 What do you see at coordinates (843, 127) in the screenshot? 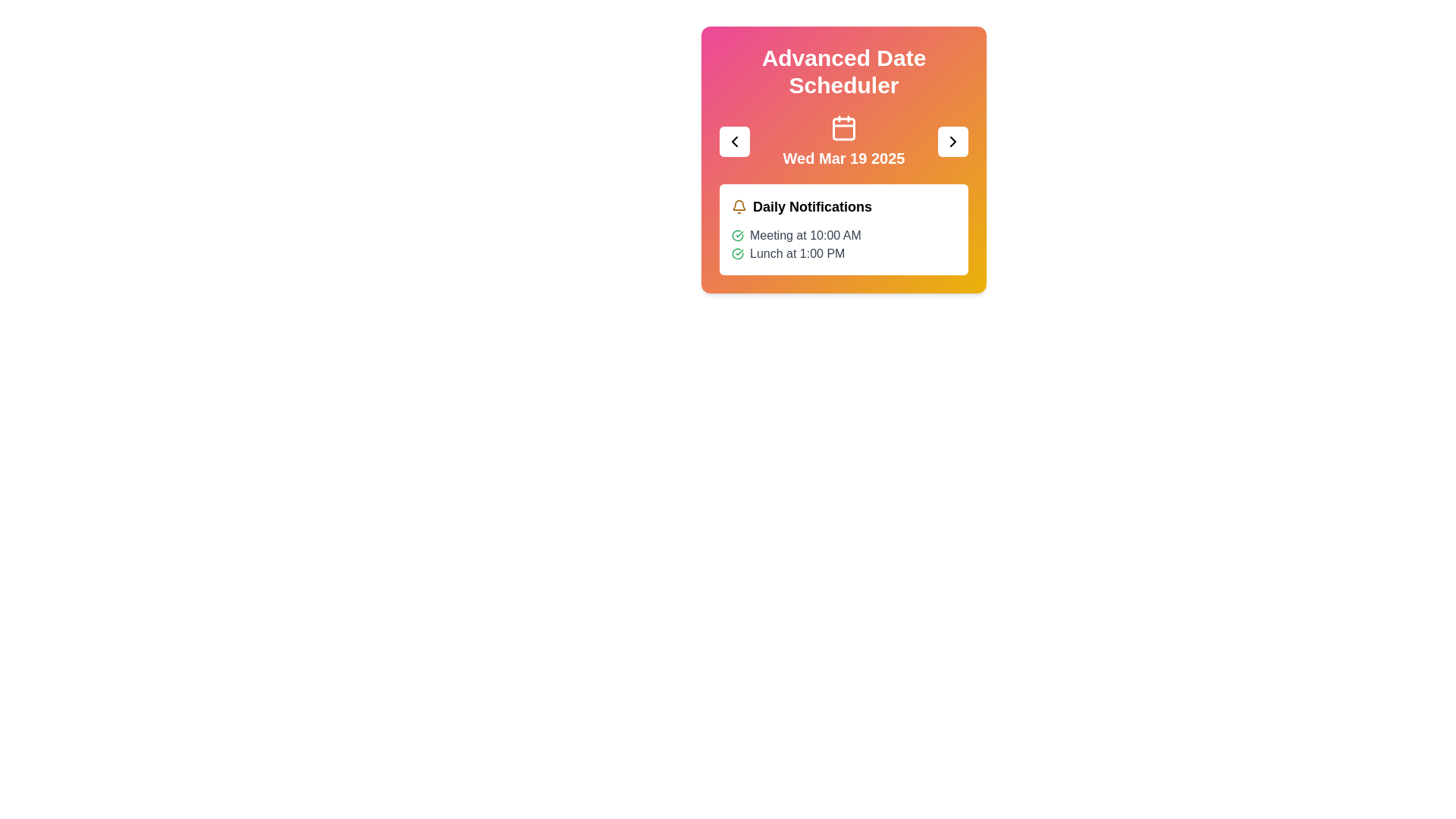
I see `the calendar icon, which is a box outlined icon with inner details, located above the date text` at bounding box center [843, 127].